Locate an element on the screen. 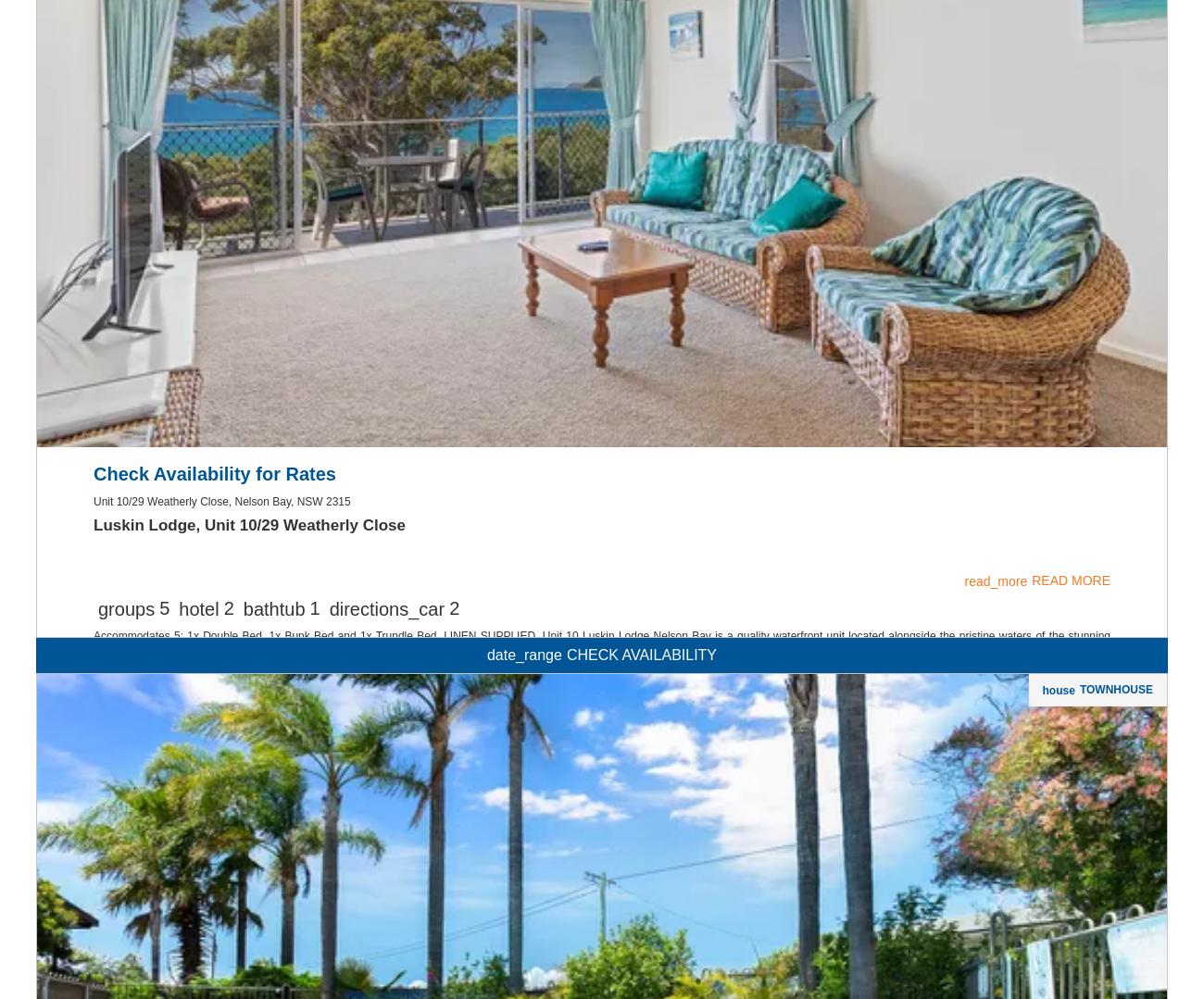 This screenshot has width=1204, height=999. 'pets' is located at coordinates (601, 116).